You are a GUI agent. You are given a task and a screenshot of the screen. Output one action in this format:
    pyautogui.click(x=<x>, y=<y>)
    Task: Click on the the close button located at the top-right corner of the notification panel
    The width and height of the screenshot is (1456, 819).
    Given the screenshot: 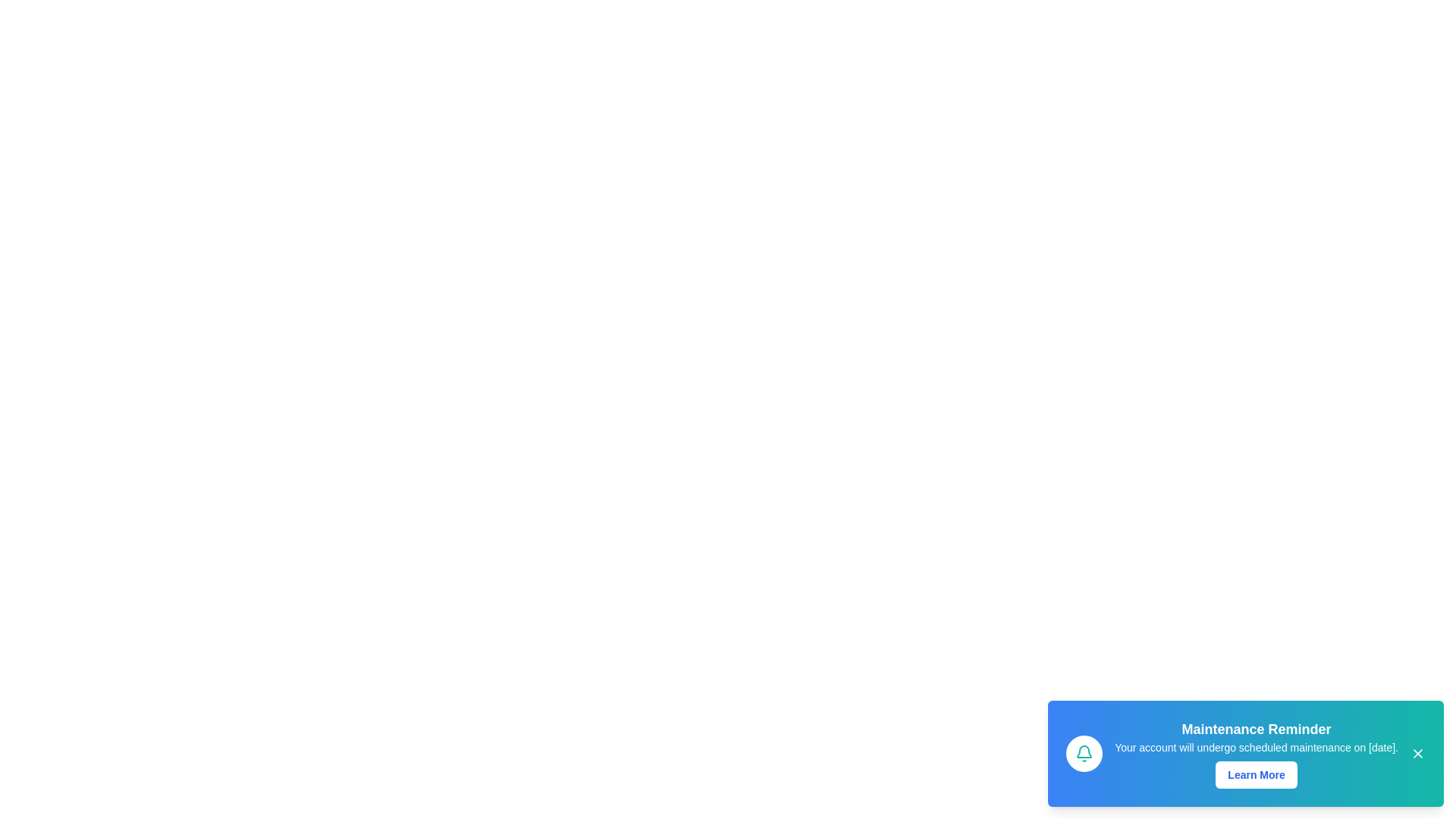 What is the action you would take?
    pyautogui.click(x=1417, y=754)
    